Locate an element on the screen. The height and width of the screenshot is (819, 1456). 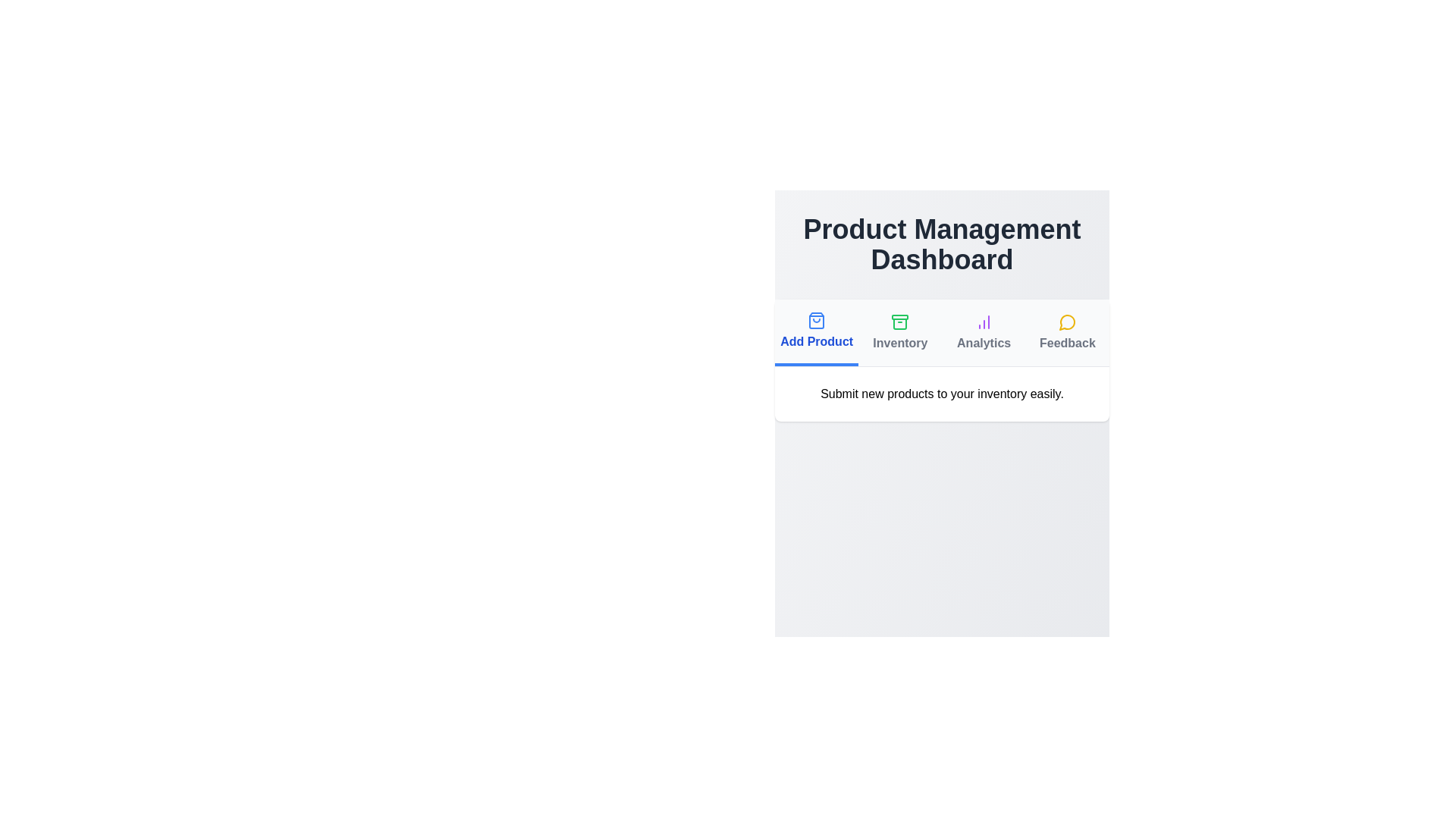
the 'Add Product' button with a shopping bag icon, which is the first button in the horizontal menu row under 'Product Management Dashboard.' is located at coordinates (816, 332).